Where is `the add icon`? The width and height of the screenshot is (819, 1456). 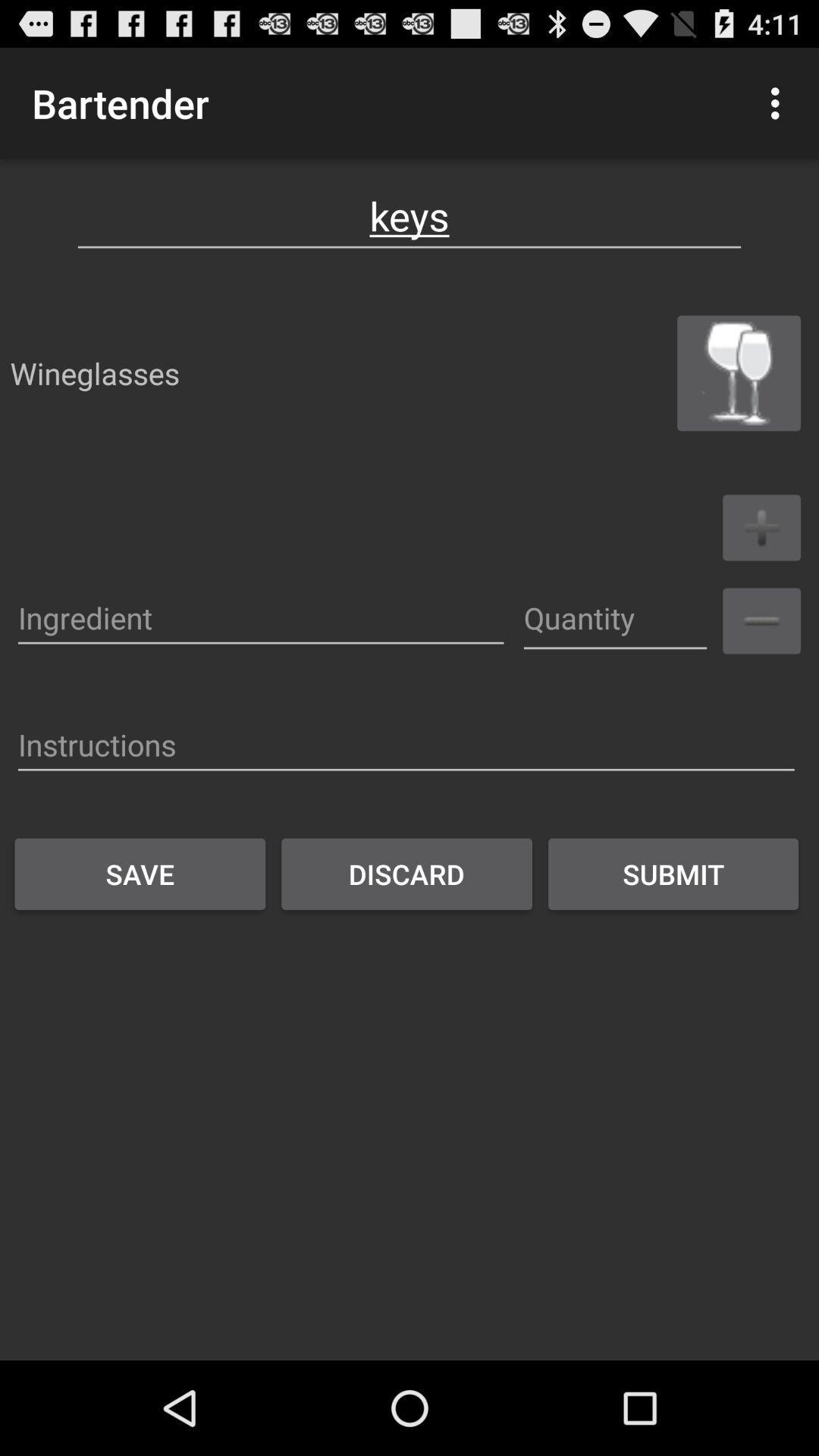
the add icon is located at coordinates (761, 563).